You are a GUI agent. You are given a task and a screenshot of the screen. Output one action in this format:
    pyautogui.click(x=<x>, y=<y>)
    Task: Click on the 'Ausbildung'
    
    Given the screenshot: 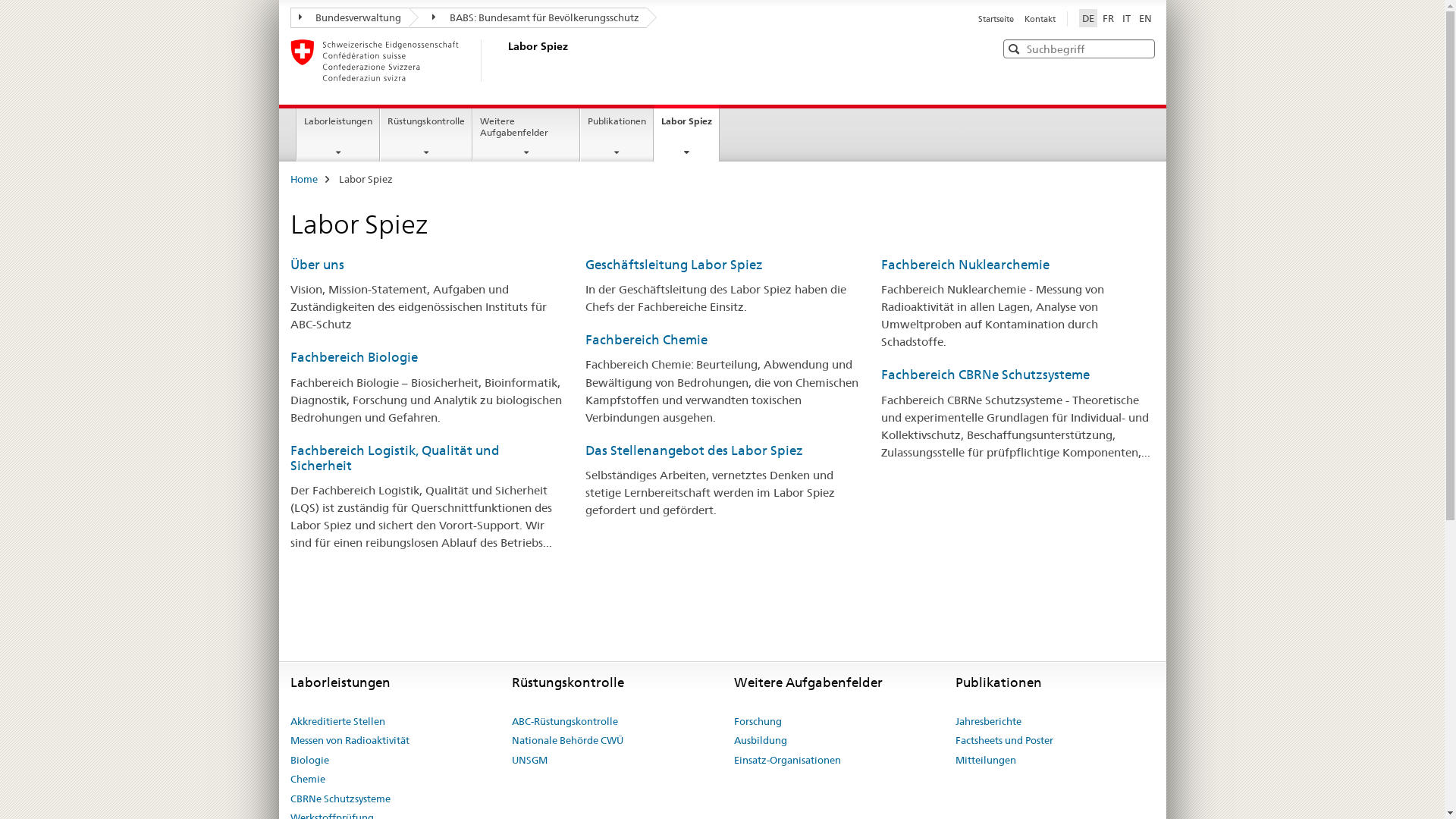 What is the action you would take?
    pyautogui.click(x=761, y=739)
    